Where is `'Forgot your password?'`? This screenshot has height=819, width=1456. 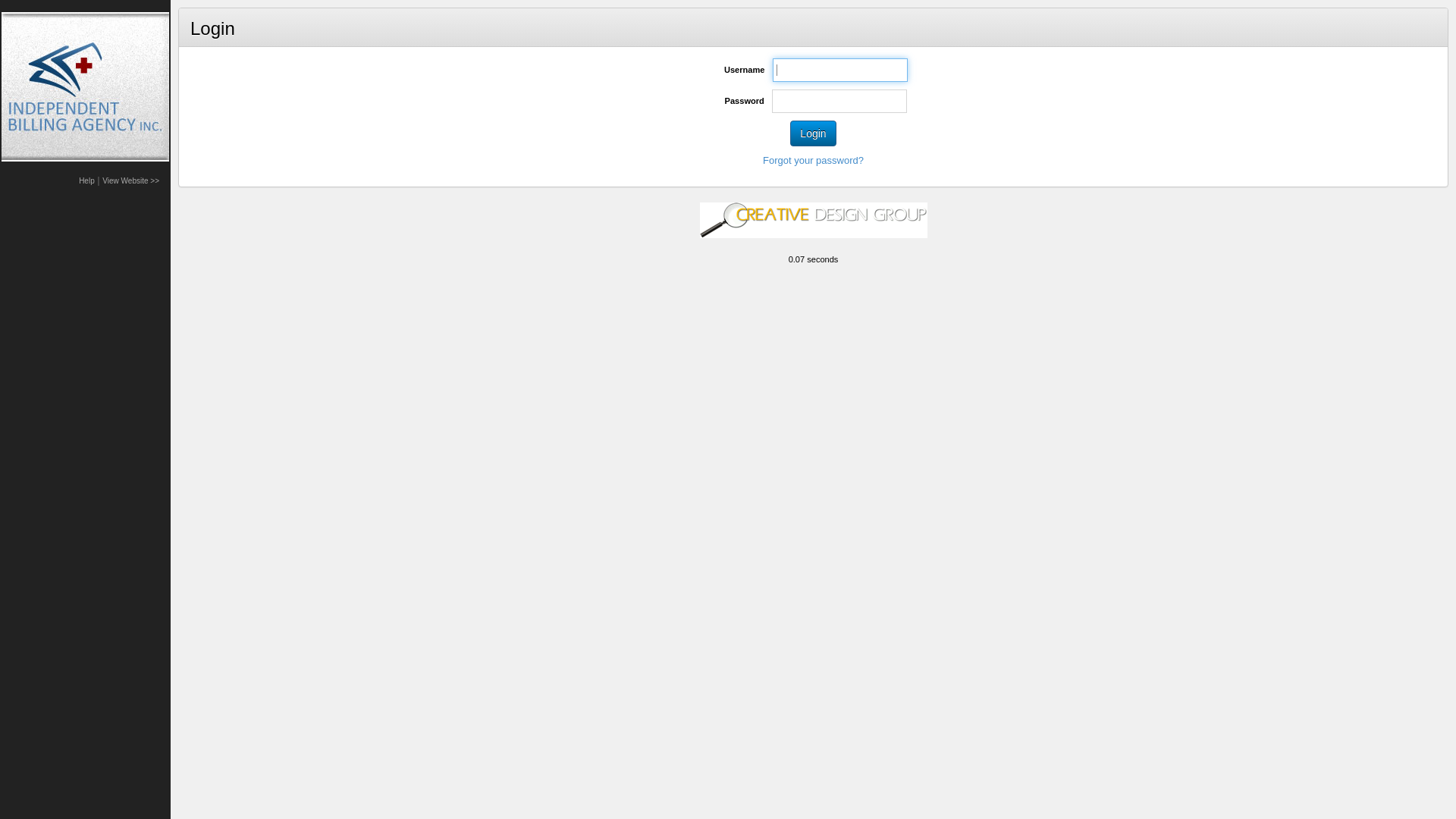
'Forgot your password?' is located at coordinates (812, 160).